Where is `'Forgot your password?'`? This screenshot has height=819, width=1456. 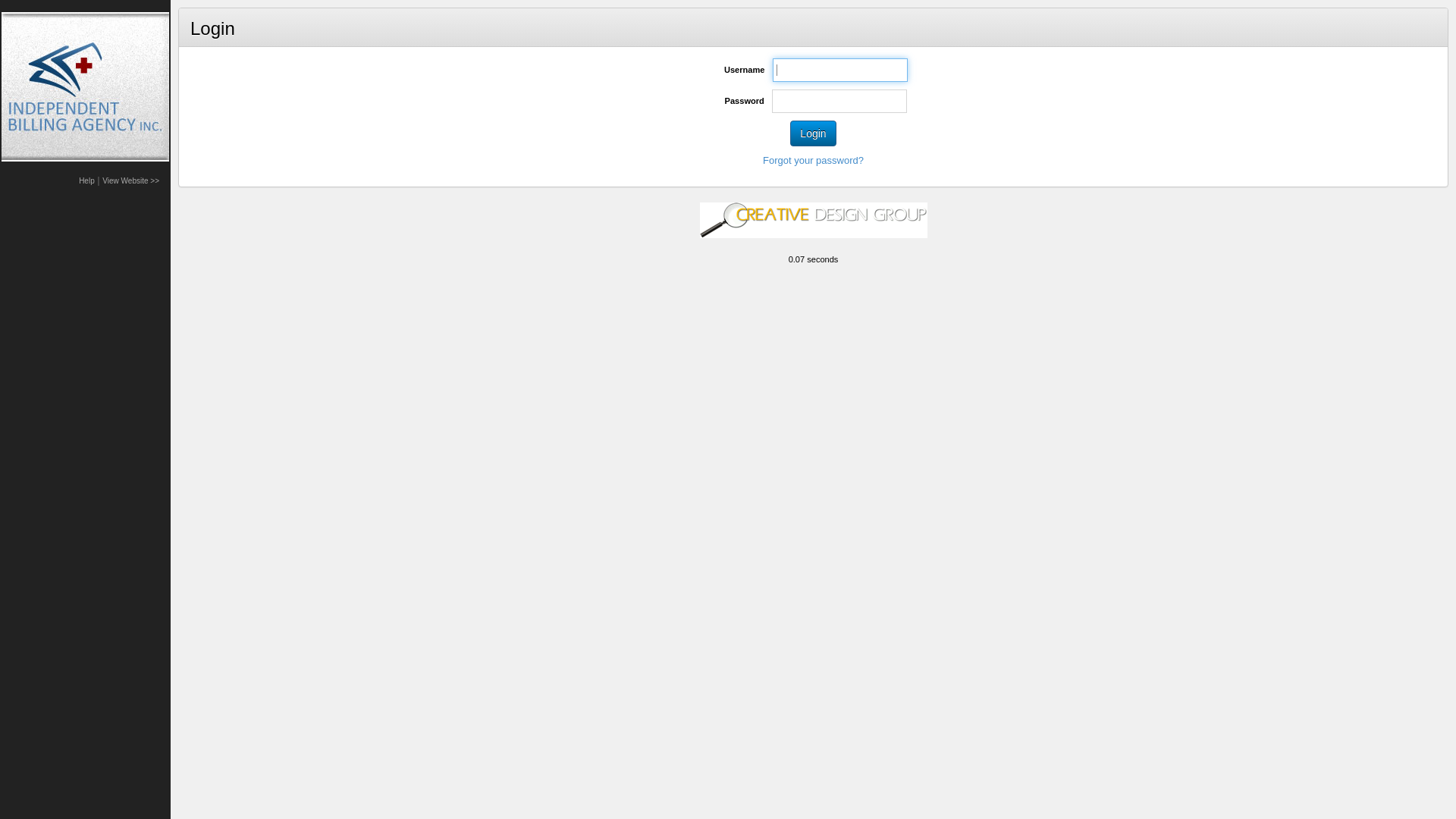
'Forgot your password?' is located at coordinates (812, 160).